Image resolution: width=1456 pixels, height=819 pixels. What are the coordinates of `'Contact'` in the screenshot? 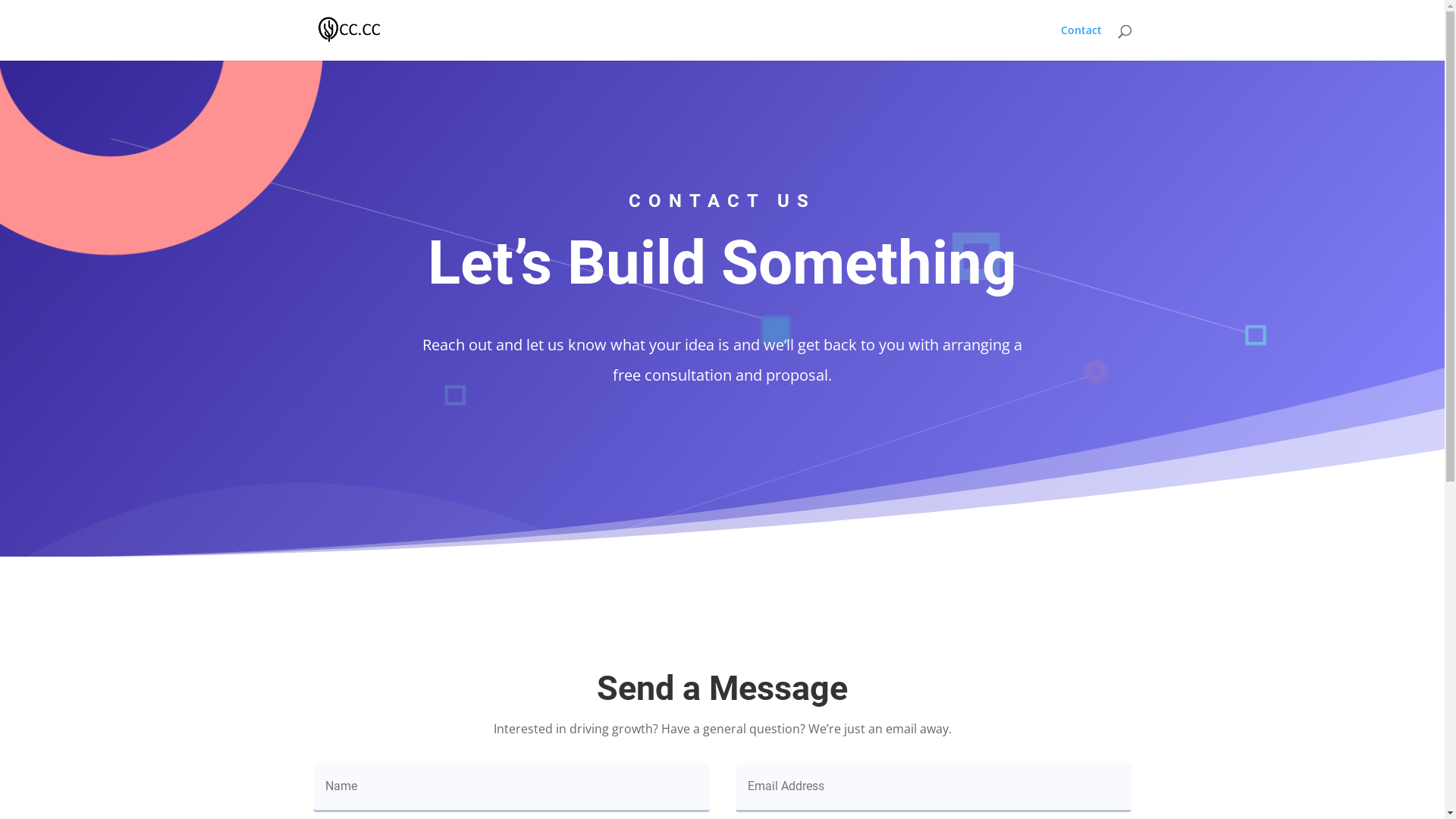 It's located at (1080, 42).